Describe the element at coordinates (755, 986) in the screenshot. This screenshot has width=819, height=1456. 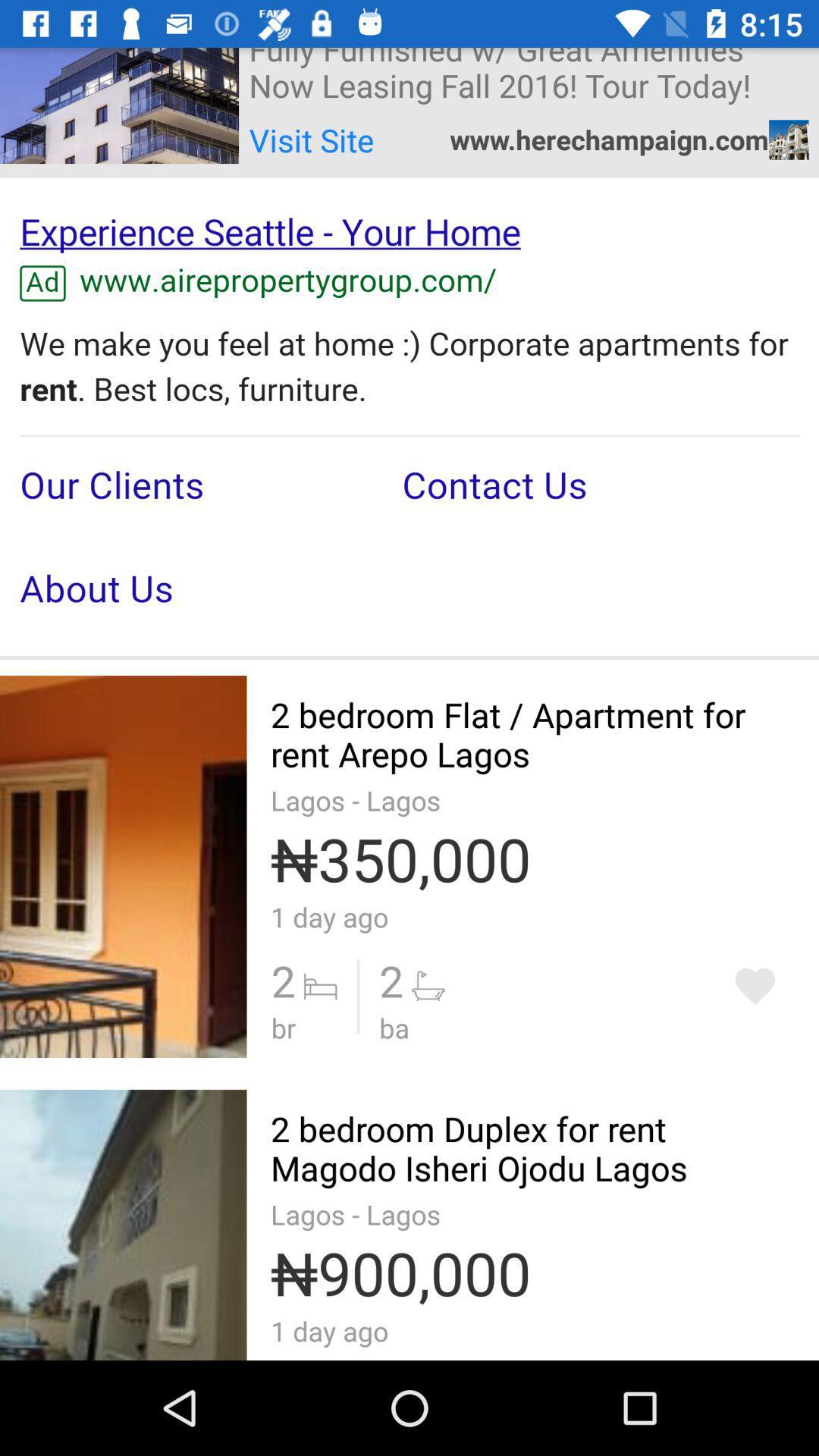
I see `this hotel to your favorites` at that location.